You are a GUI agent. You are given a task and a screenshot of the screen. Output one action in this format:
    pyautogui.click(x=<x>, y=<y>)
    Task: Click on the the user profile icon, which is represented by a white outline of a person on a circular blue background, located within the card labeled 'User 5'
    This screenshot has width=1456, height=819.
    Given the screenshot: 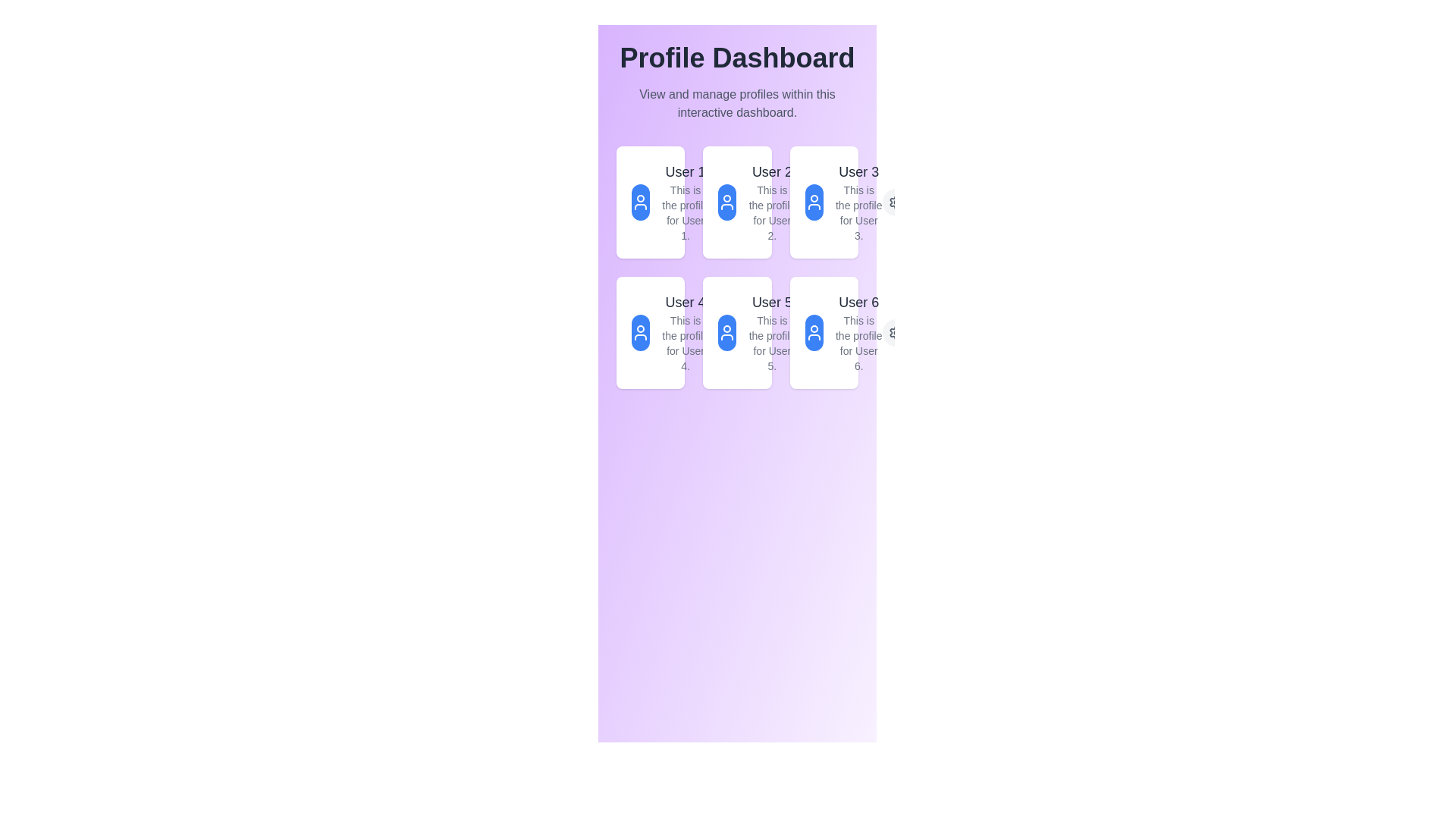 What is the action you would take?
    pyautogui.click(x=737, y=332)
    